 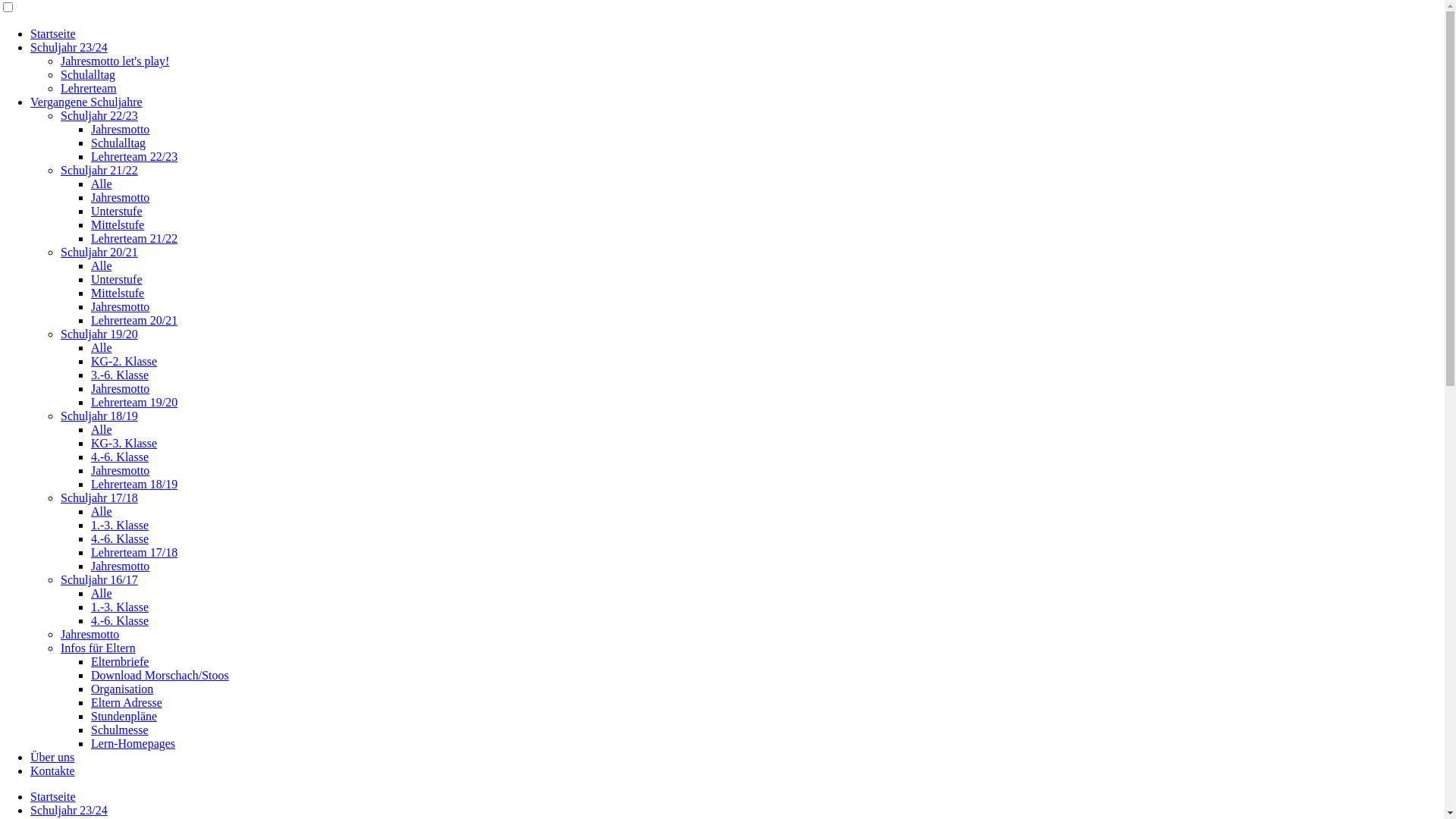 I want to click on 'Alle', so click(x=101, y=511).